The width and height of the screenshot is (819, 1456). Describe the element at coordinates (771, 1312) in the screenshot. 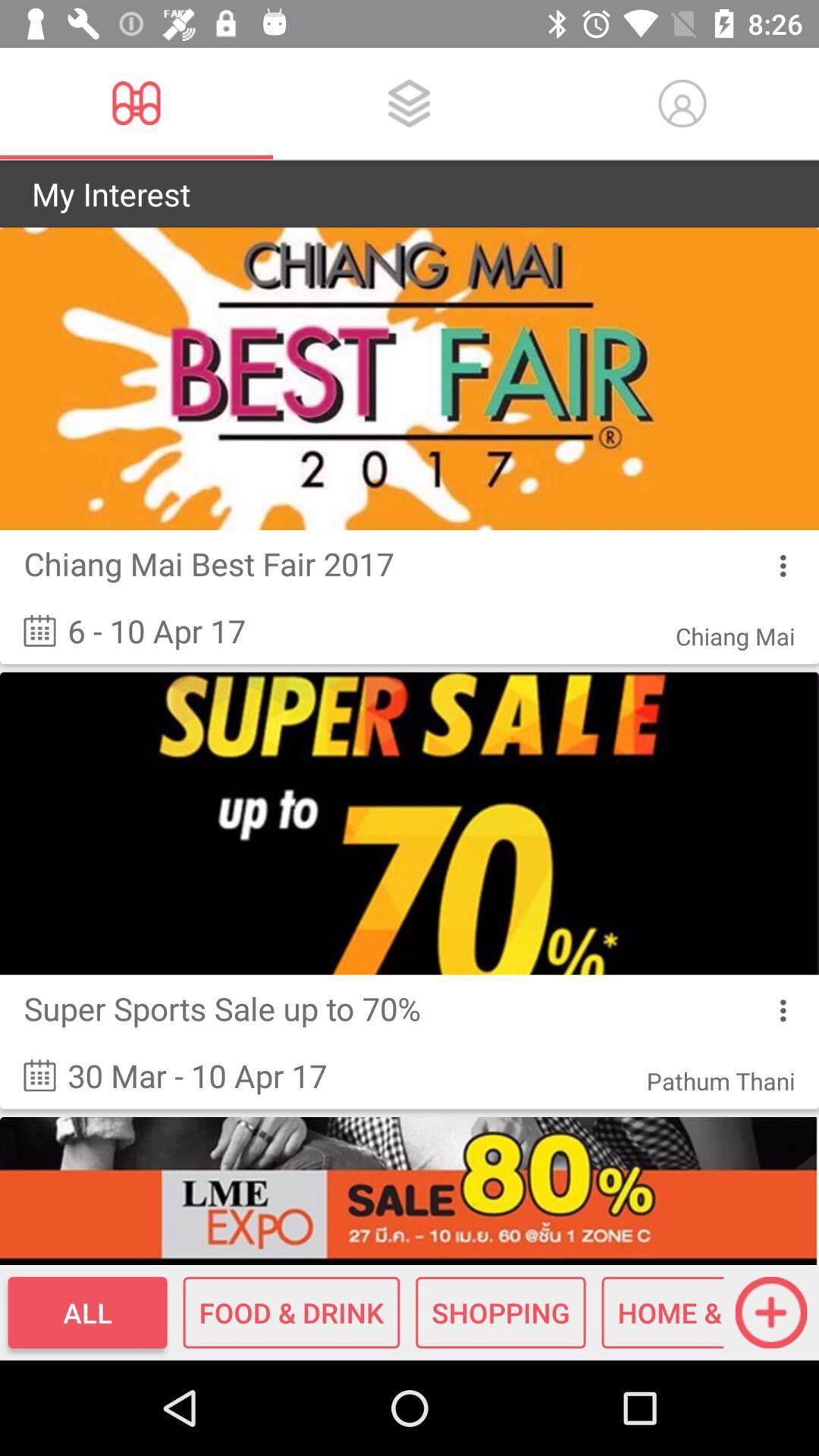

I see `the add icon` at that location.